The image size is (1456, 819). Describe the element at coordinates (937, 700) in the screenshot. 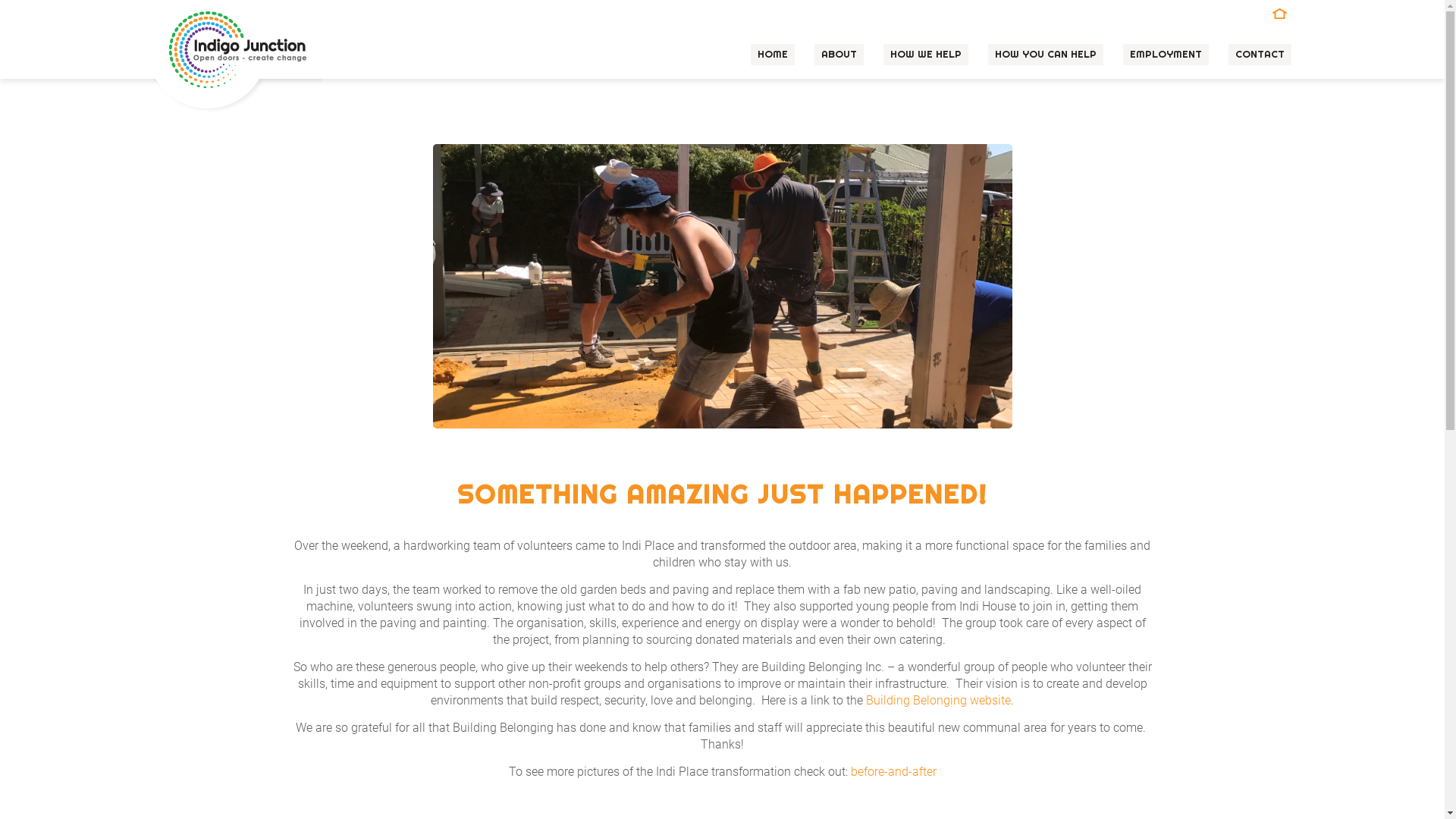

I see `'Building Belonging website'` at that location.